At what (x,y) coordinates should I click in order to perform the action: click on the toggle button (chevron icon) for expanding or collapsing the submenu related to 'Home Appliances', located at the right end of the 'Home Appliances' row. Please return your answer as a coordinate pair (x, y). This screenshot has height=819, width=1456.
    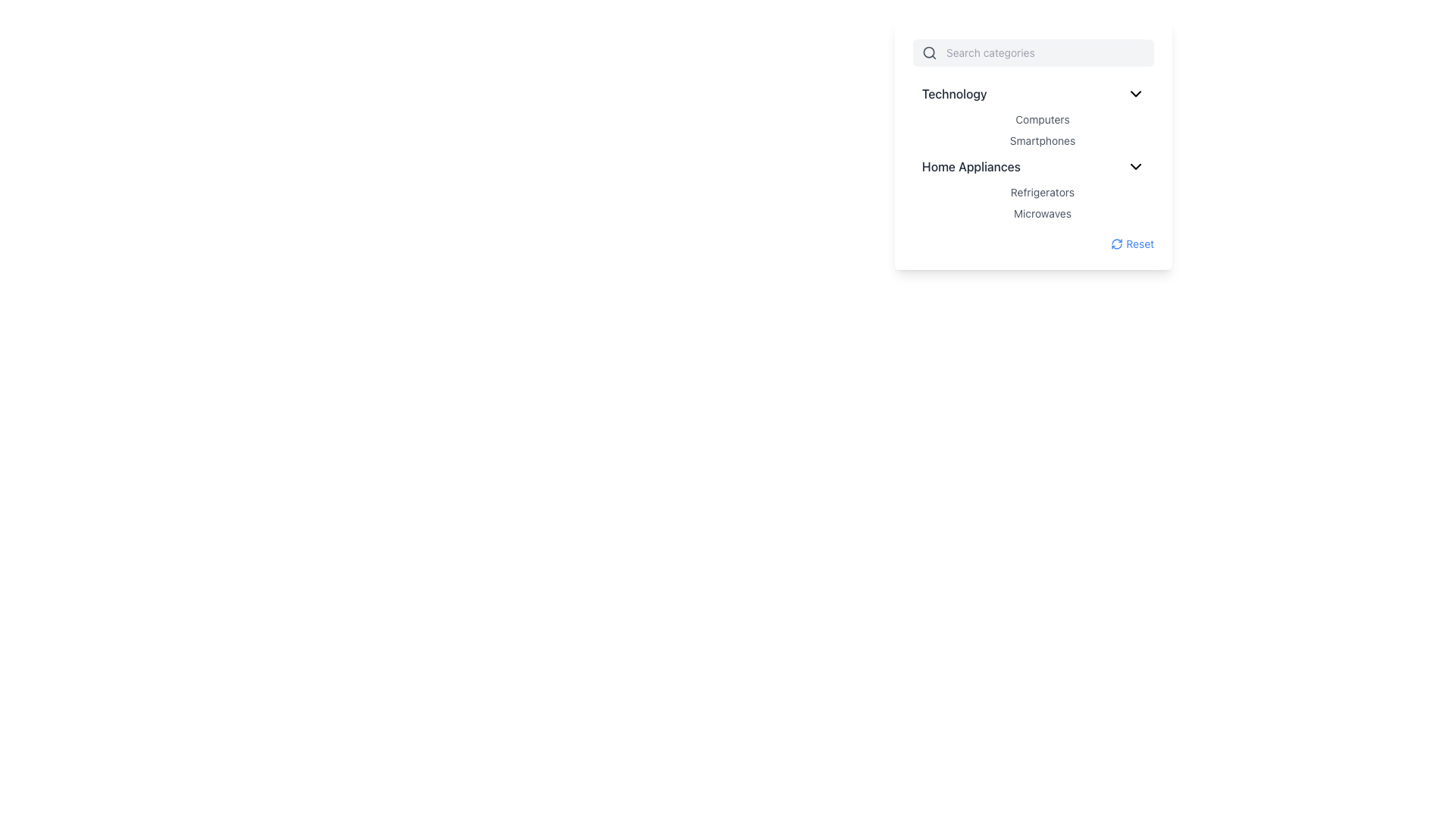
    Looking at the image, I should click on (1135, 166).